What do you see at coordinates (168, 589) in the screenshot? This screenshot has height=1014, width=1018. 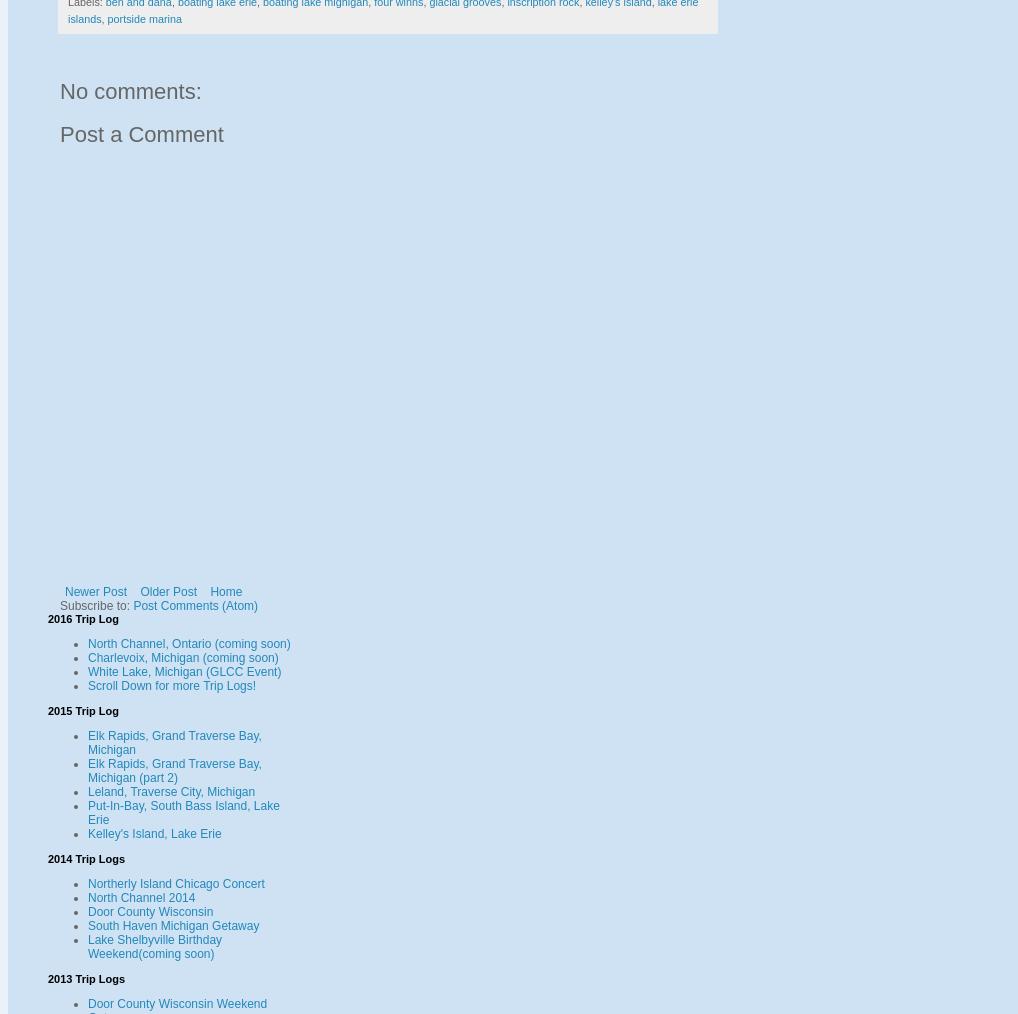 I see `'Older Post'` at bounding box center [168, 589].